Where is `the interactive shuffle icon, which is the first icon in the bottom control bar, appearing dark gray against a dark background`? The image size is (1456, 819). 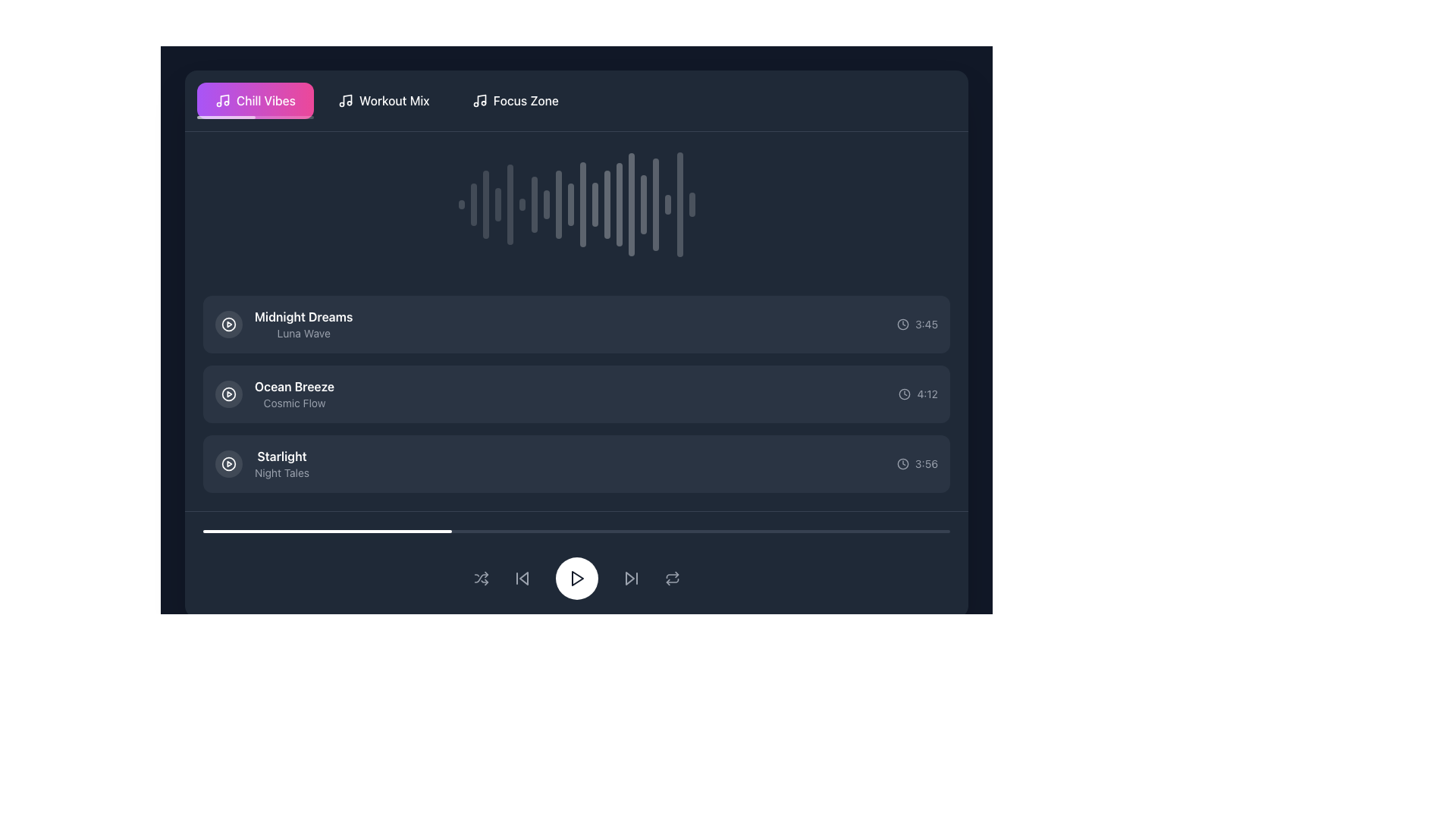 the interactive shuffle icon, which is the first icon in the bottom control bar, appearing dark gray against a dark background is located at coordinates (480, 579).